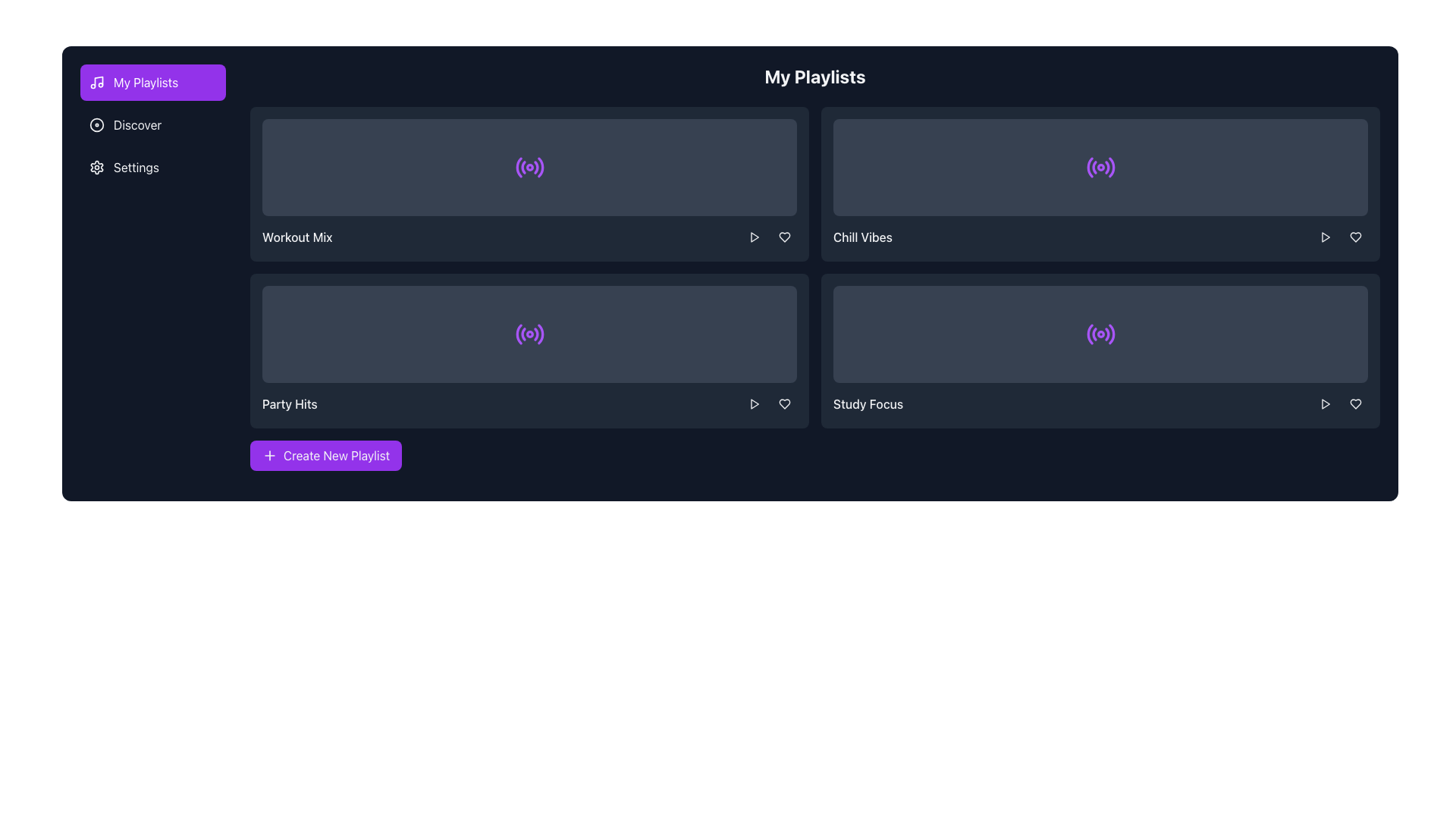  I want to click on the favorite button located at the right side of the second playlist row under the 'Chill Vibes' label, so click(785, 237).